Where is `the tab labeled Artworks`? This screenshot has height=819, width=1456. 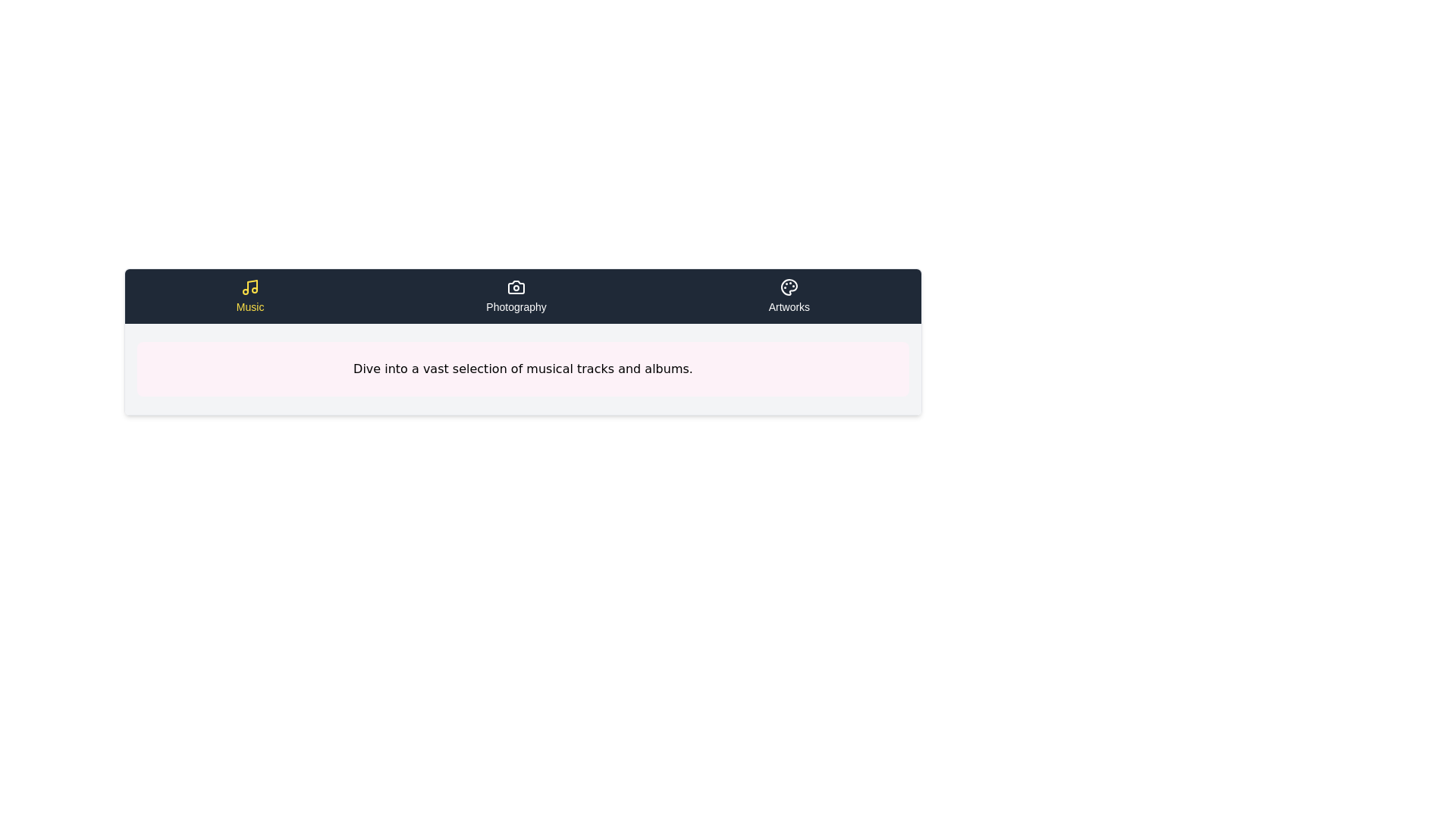 the tab labeled Artworks is located at coordinates (789, 296).